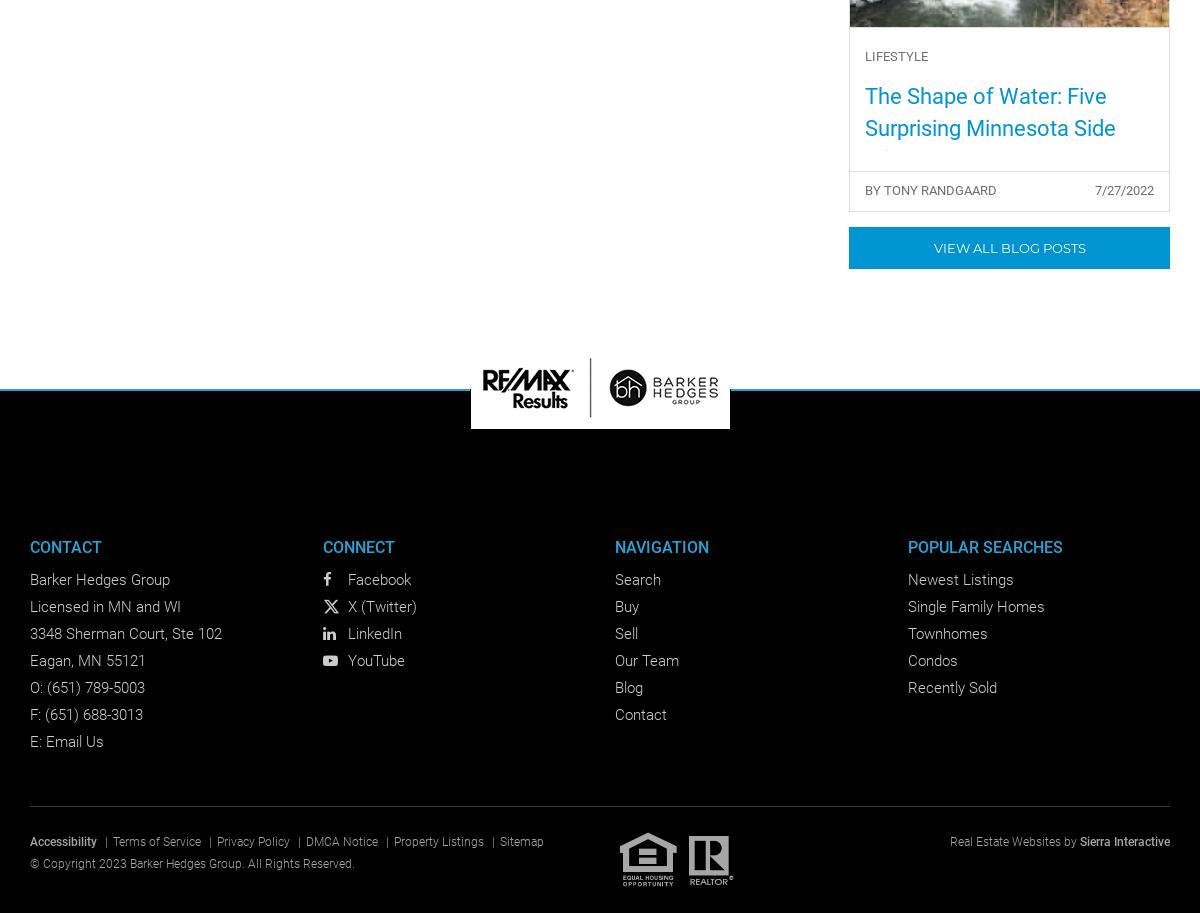 Image resolution: width=1200 pixels, height=913 pixels. What do you see at coordinates (341, 841) in the screenshot?
I see `'DMCA Notice'` at bounding box center [341, 841].